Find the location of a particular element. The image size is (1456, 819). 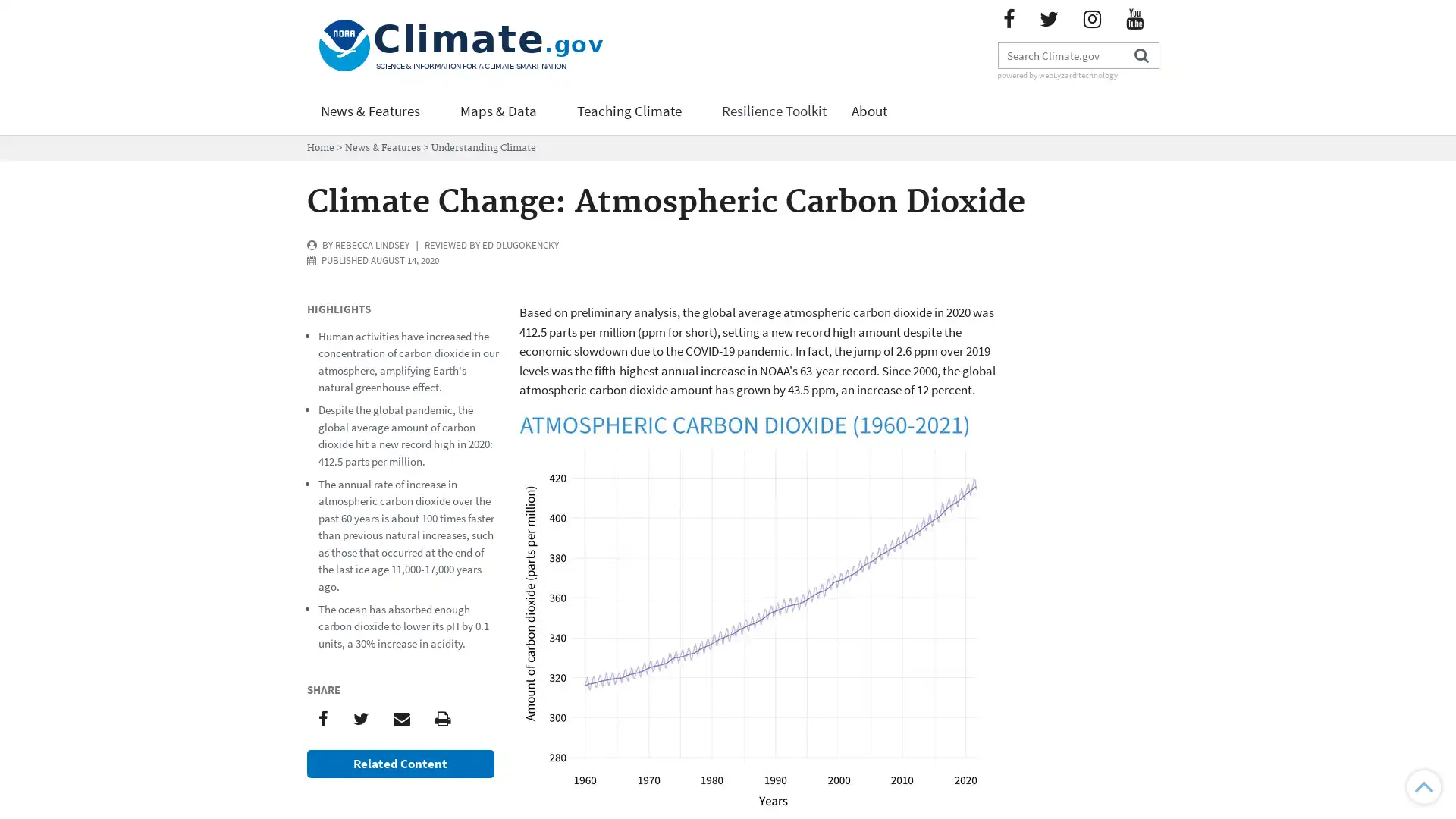

About is located at coordinates (877, 111).